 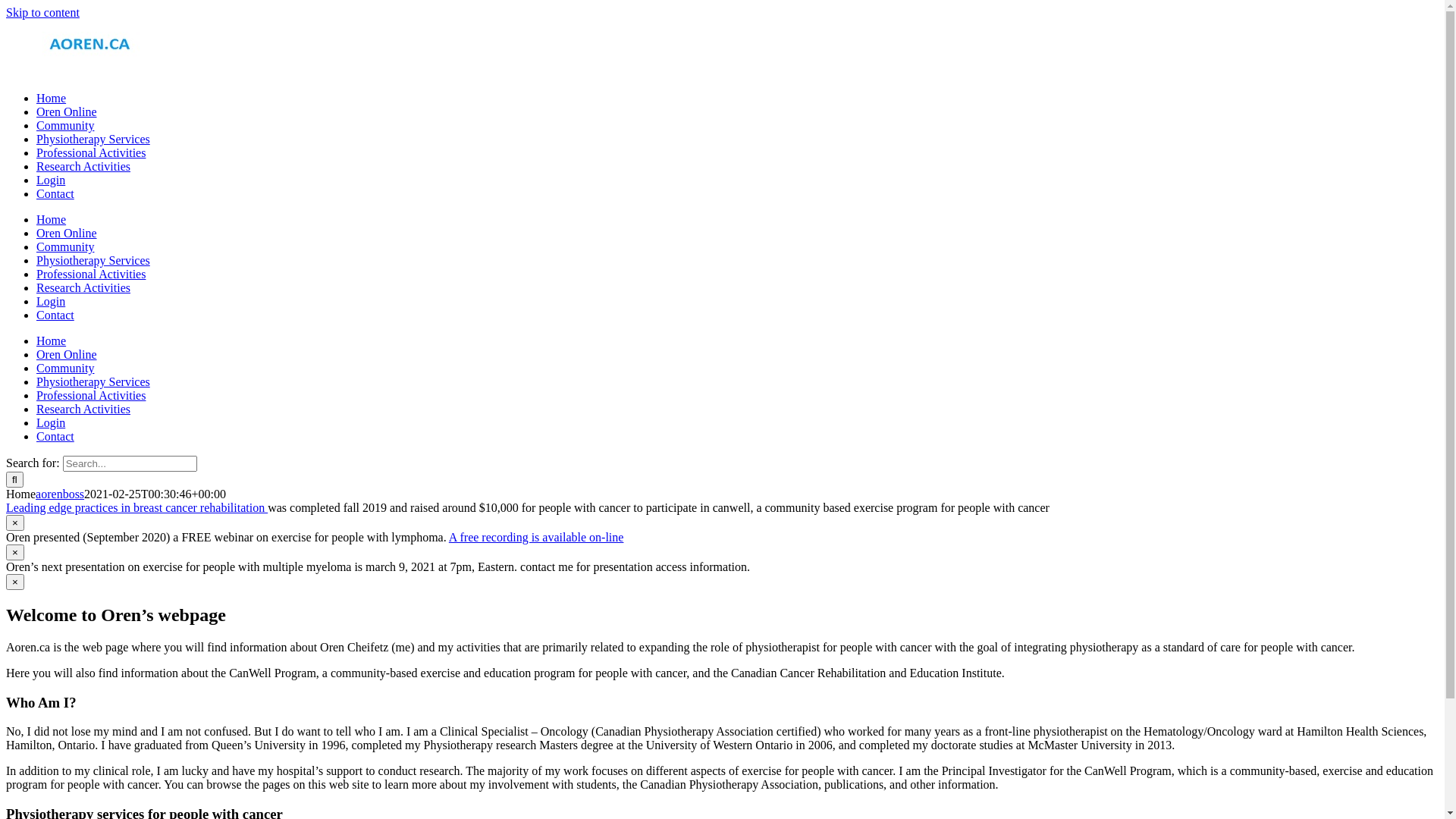 I want to click on 'Contact', so click(x=55, y=193).